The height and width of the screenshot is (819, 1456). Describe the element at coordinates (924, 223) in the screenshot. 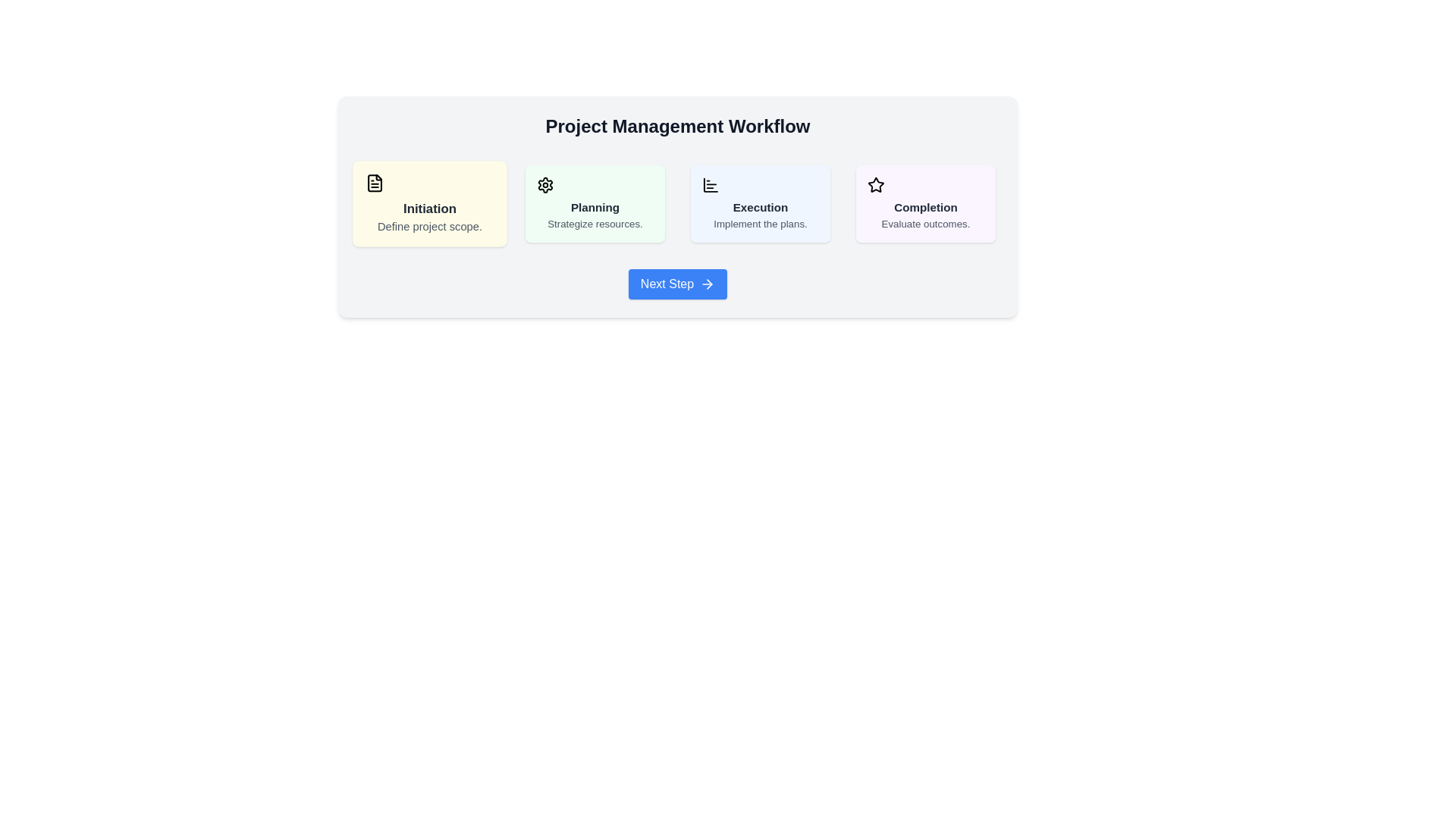

I see `the descriptive text label located below the title 'Completion' in the fourth card from the left in the row of cards` at that location.